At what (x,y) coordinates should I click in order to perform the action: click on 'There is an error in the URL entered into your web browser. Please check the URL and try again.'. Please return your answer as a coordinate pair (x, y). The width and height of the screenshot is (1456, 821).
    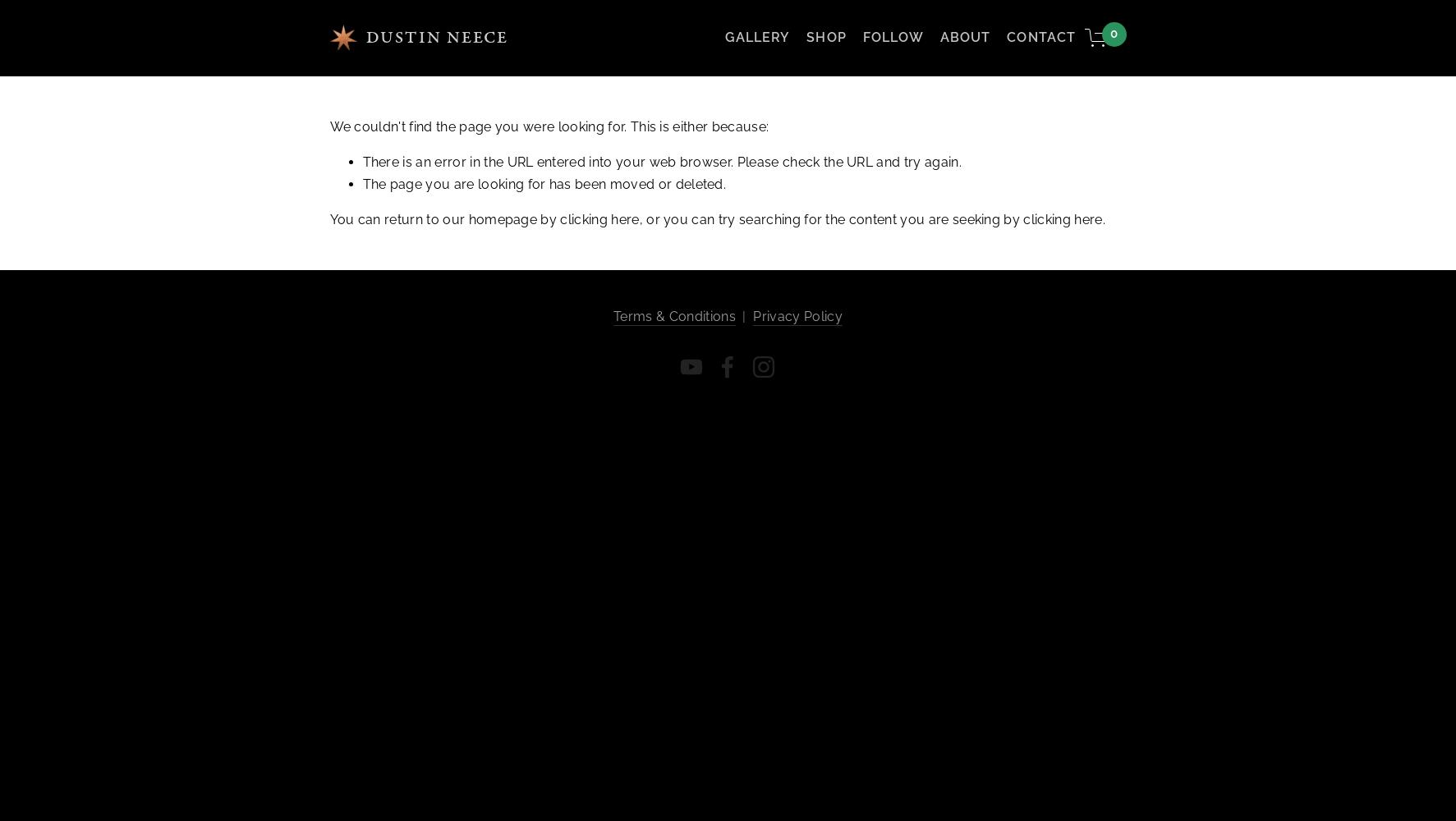
    Looking at the image, I should click on (660, 160).